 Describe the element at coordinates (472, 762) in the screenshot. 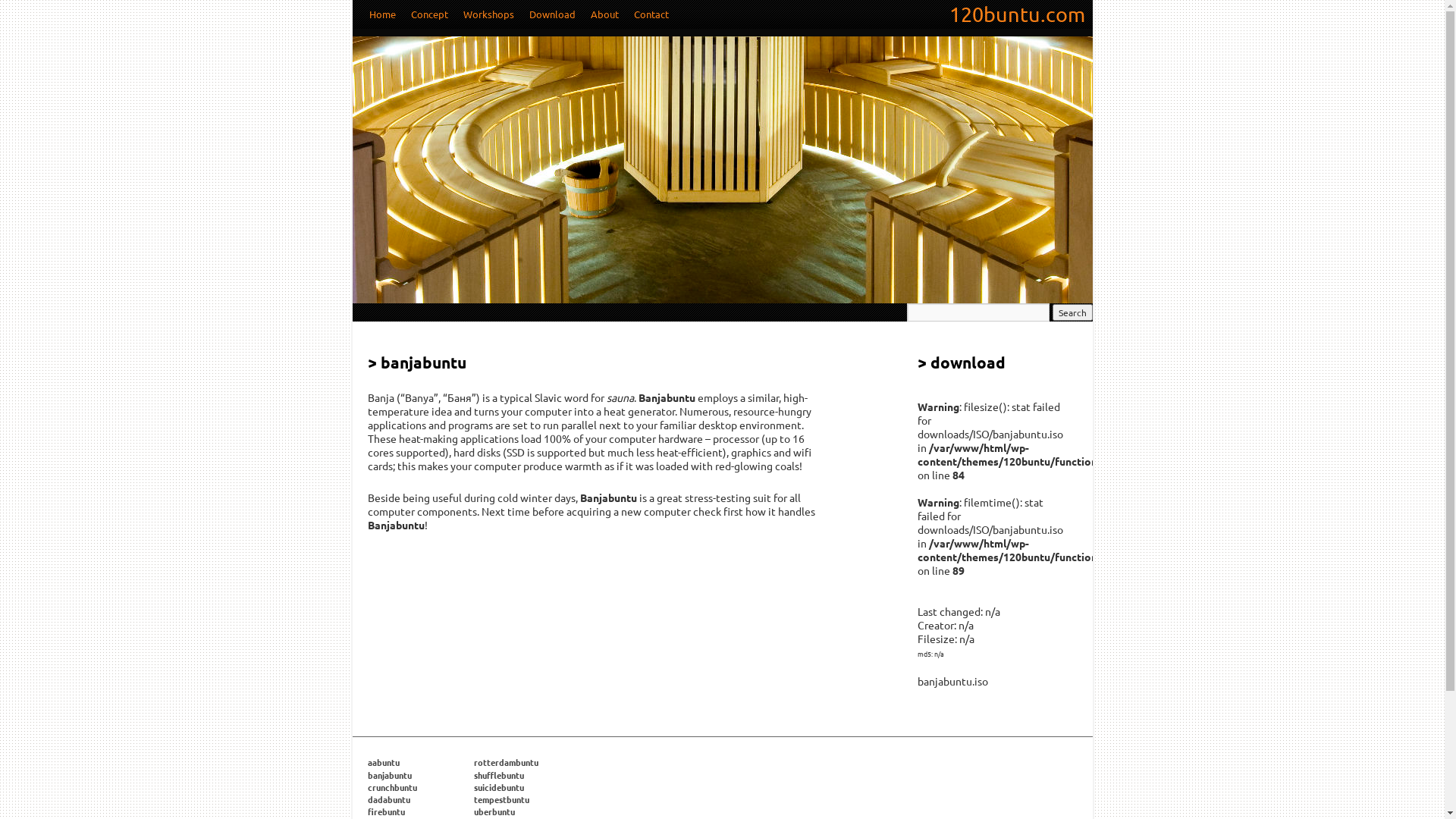

I see `'rotterdambuntu'` at that location.